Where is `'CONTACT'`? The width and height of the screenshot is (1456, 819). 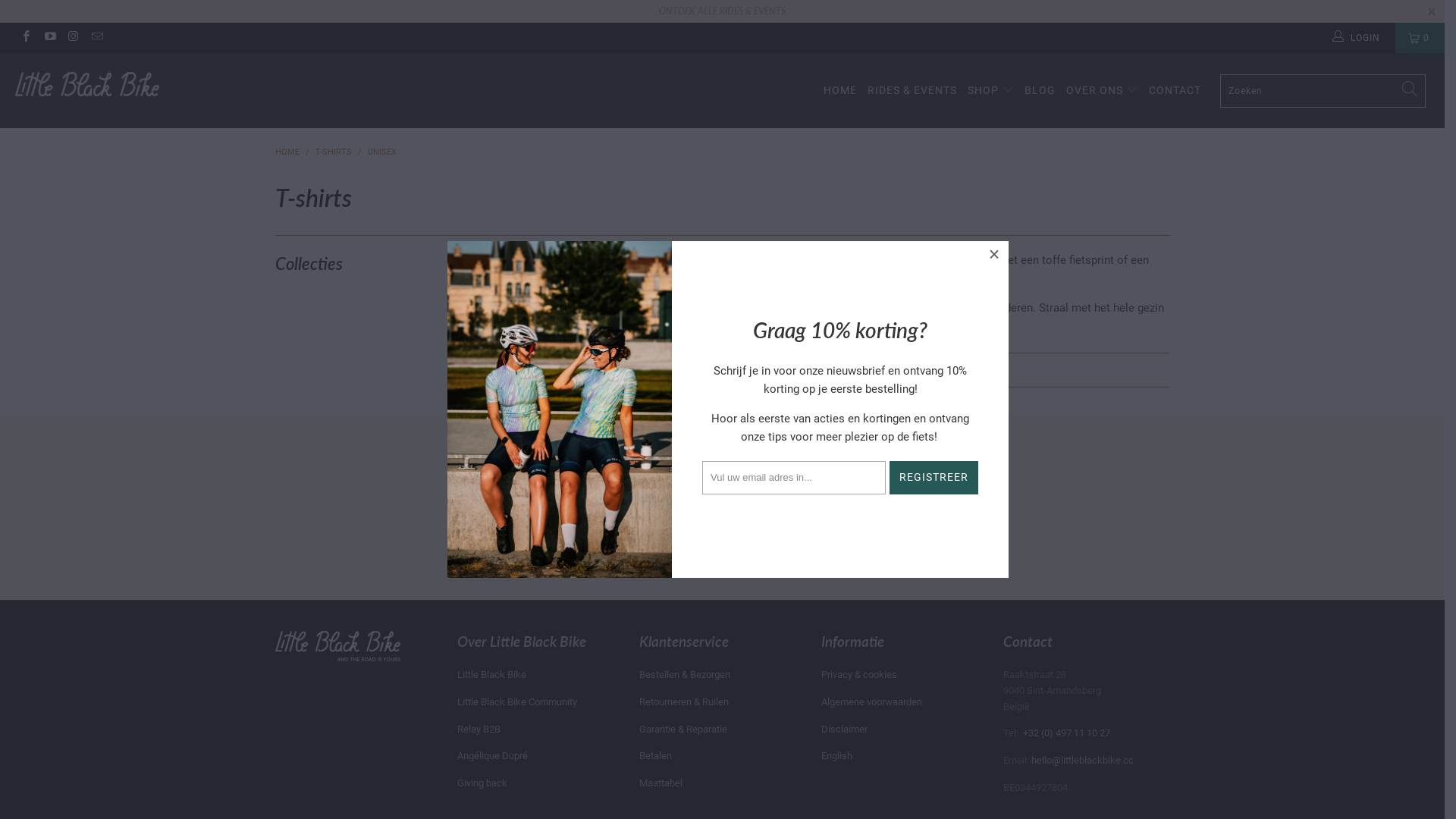 'CONTACT' is located at coordinates (1149, 90).